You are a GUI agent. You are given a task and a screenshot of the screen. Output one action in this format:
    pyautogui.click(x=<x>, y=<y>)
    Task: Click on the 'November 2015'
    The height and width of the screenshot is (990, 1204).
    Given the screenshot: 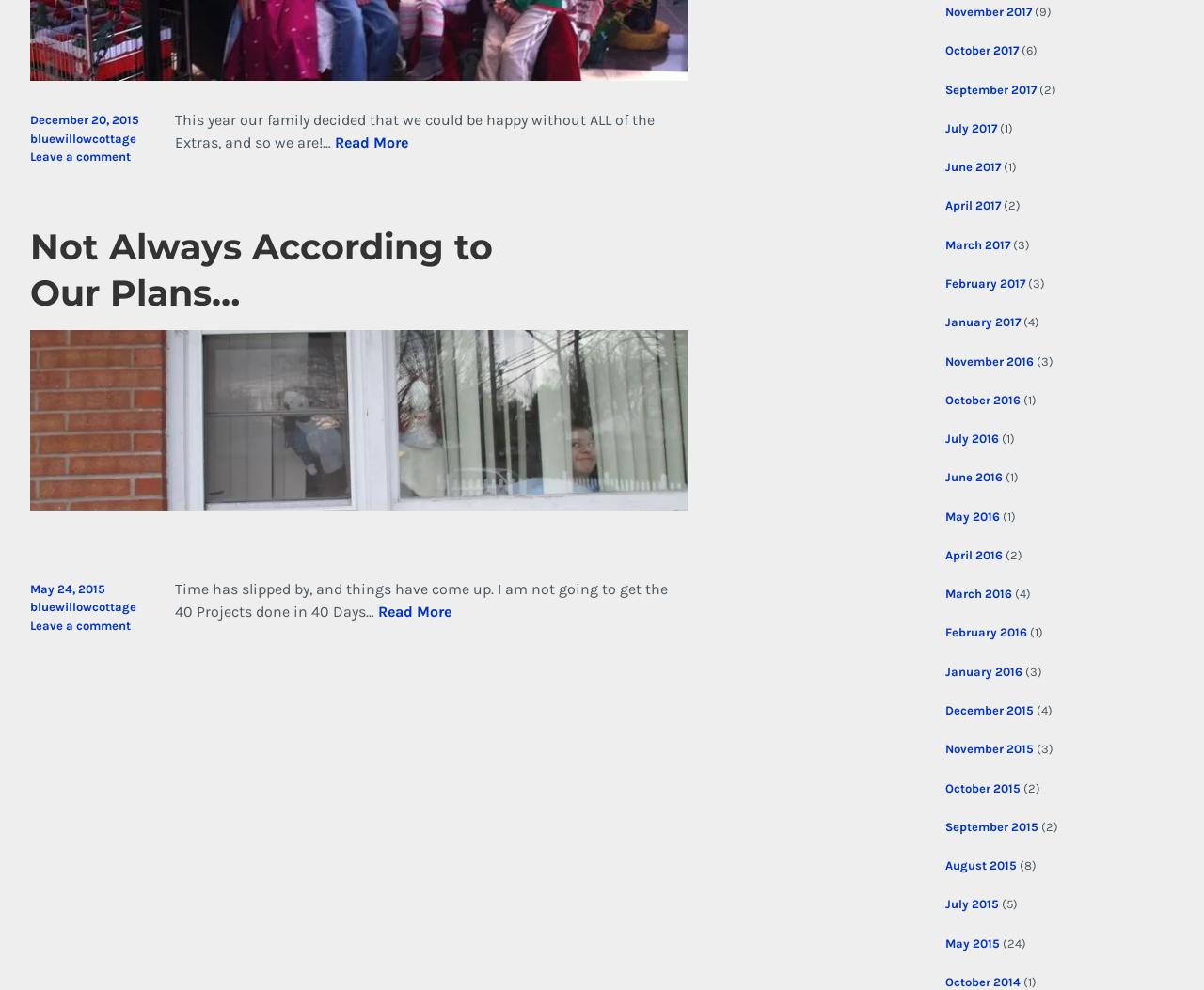 What is the action you would take?
    pyautogui.click(x=988, y=748)
    